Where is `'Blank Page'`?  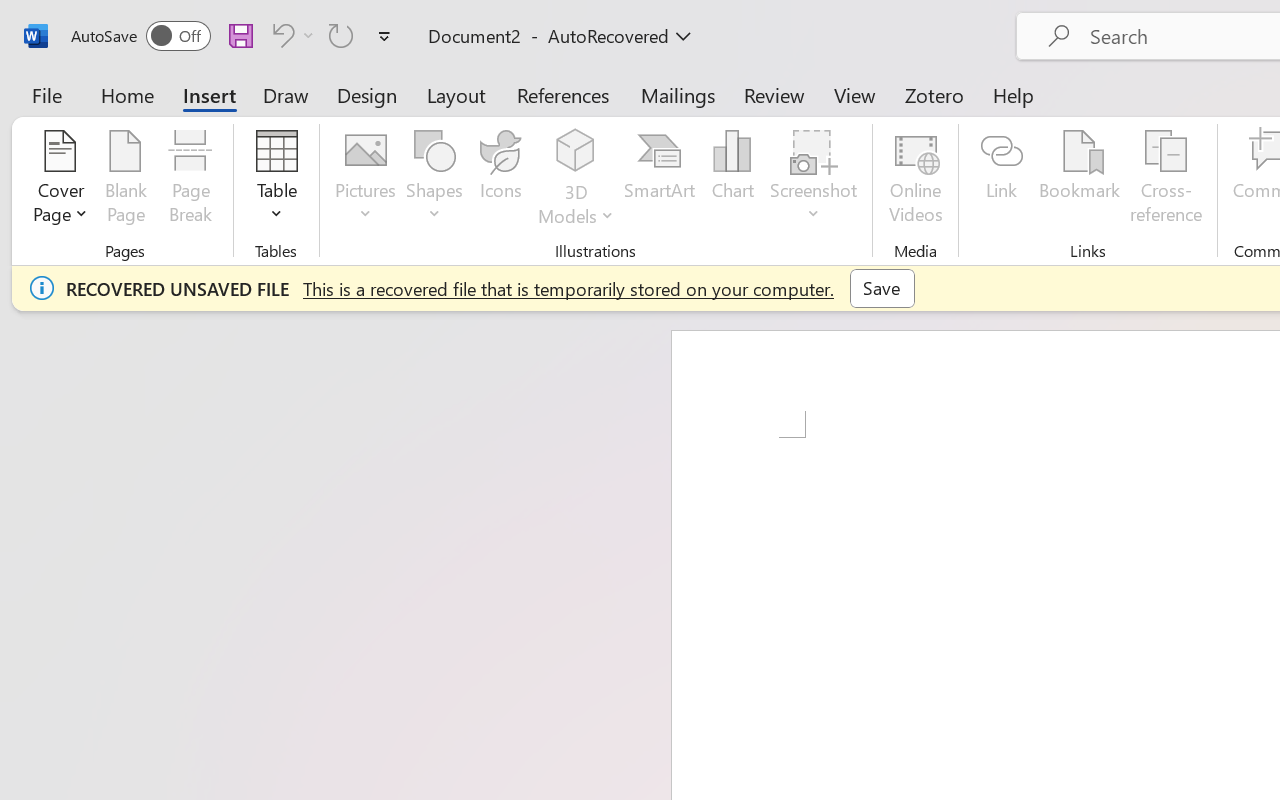 'Blank Page' is located at coordinates (125, 179).